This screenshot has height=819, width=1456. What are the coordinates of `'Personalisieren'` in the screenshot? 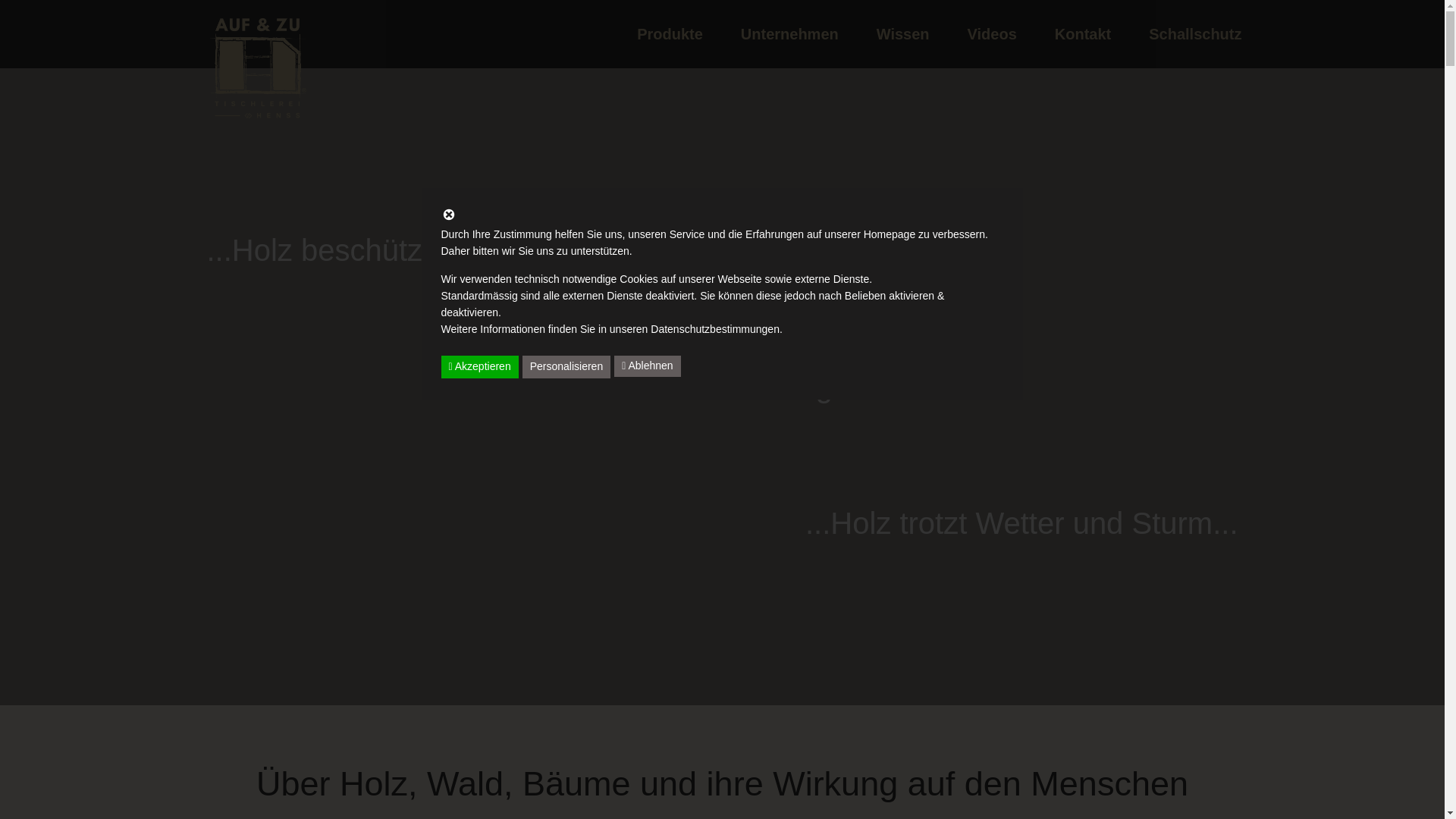 It's located at (522, 366).